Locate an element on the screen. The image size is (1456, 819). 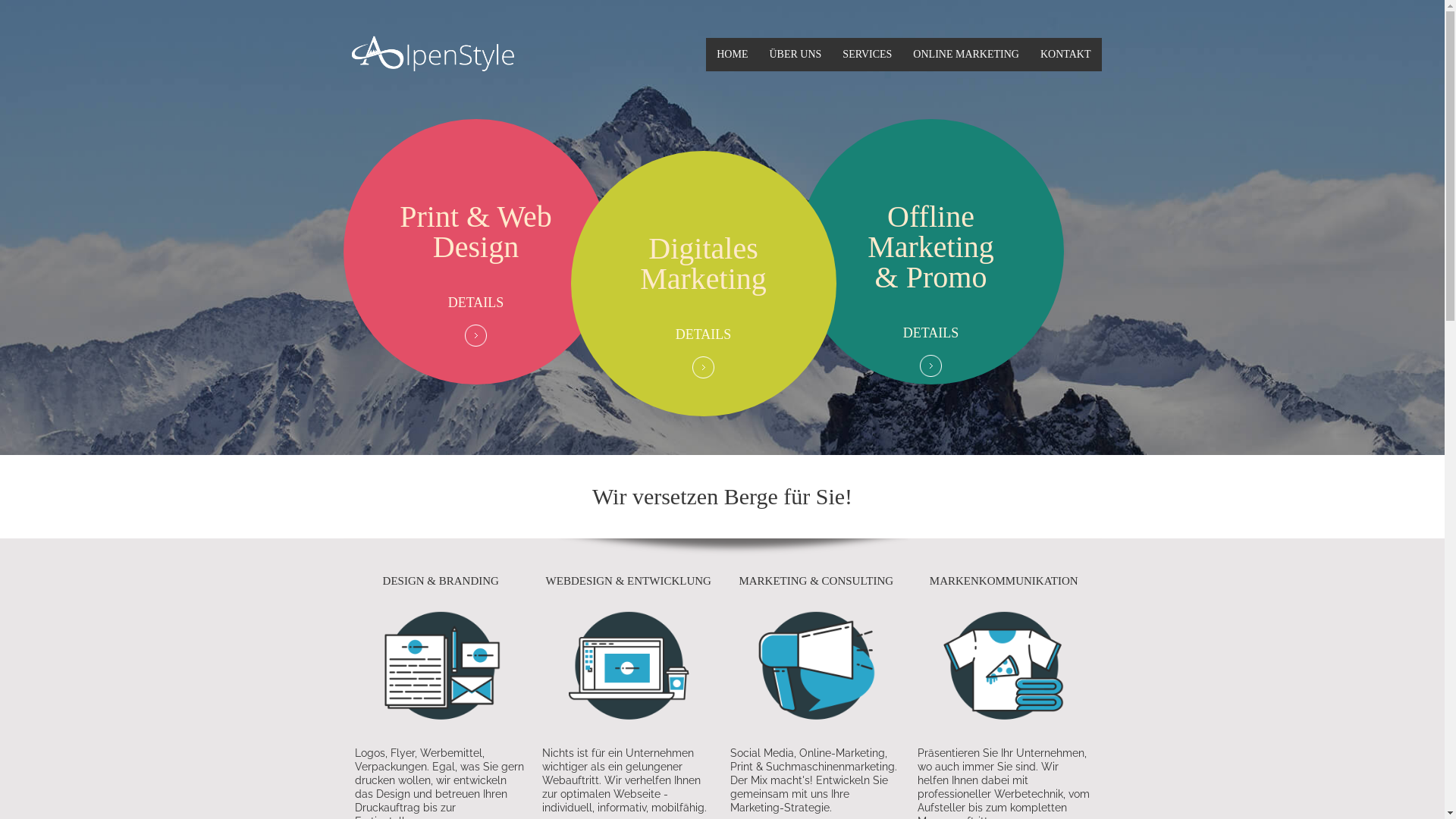
'DETAILS' is located at coordinates (447, 302).